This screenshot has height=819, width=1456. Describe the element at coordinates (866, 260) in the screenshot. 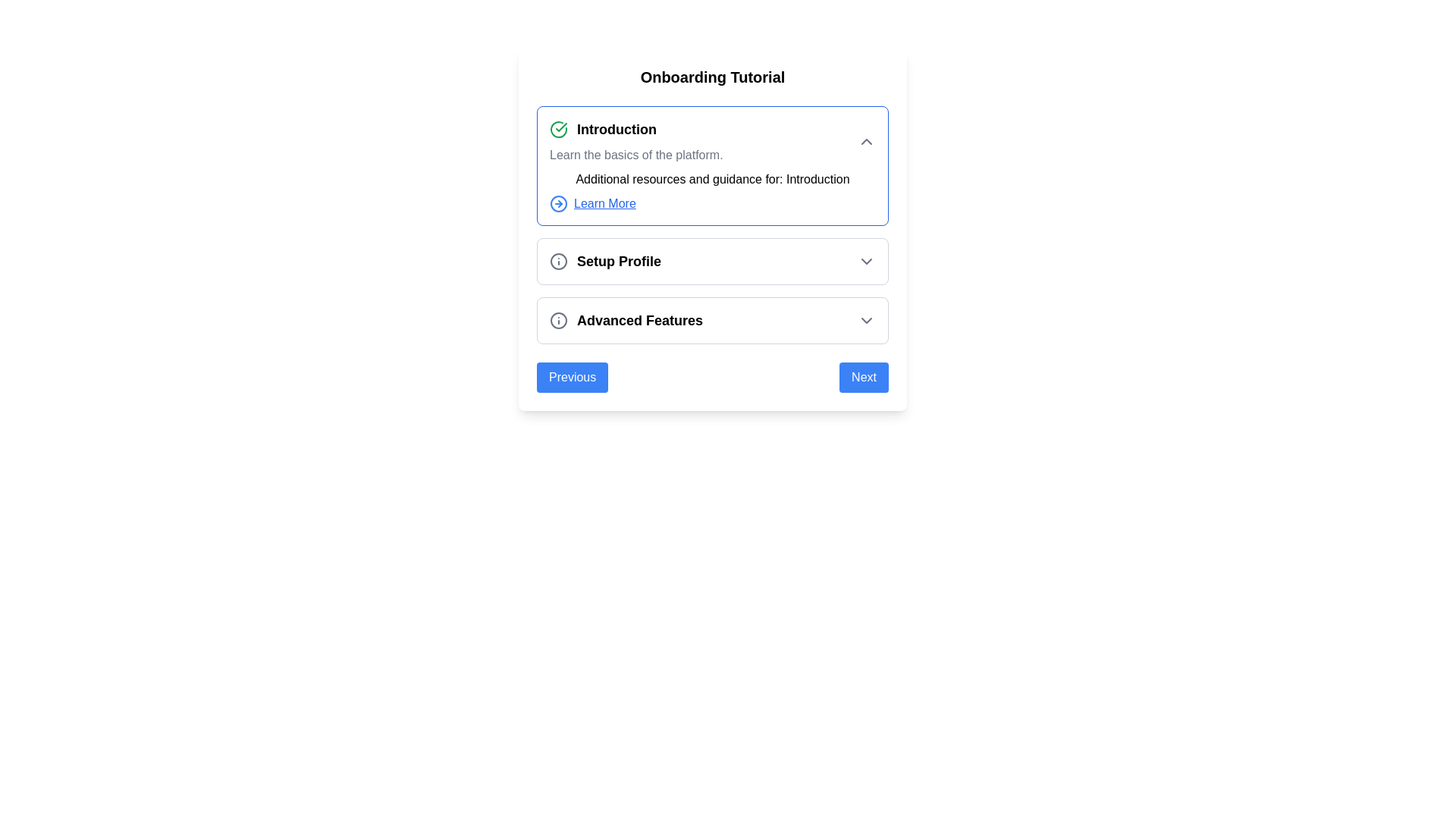

I see `the downward-facing chevron icon in the 'Setup Profile' section` at that location.